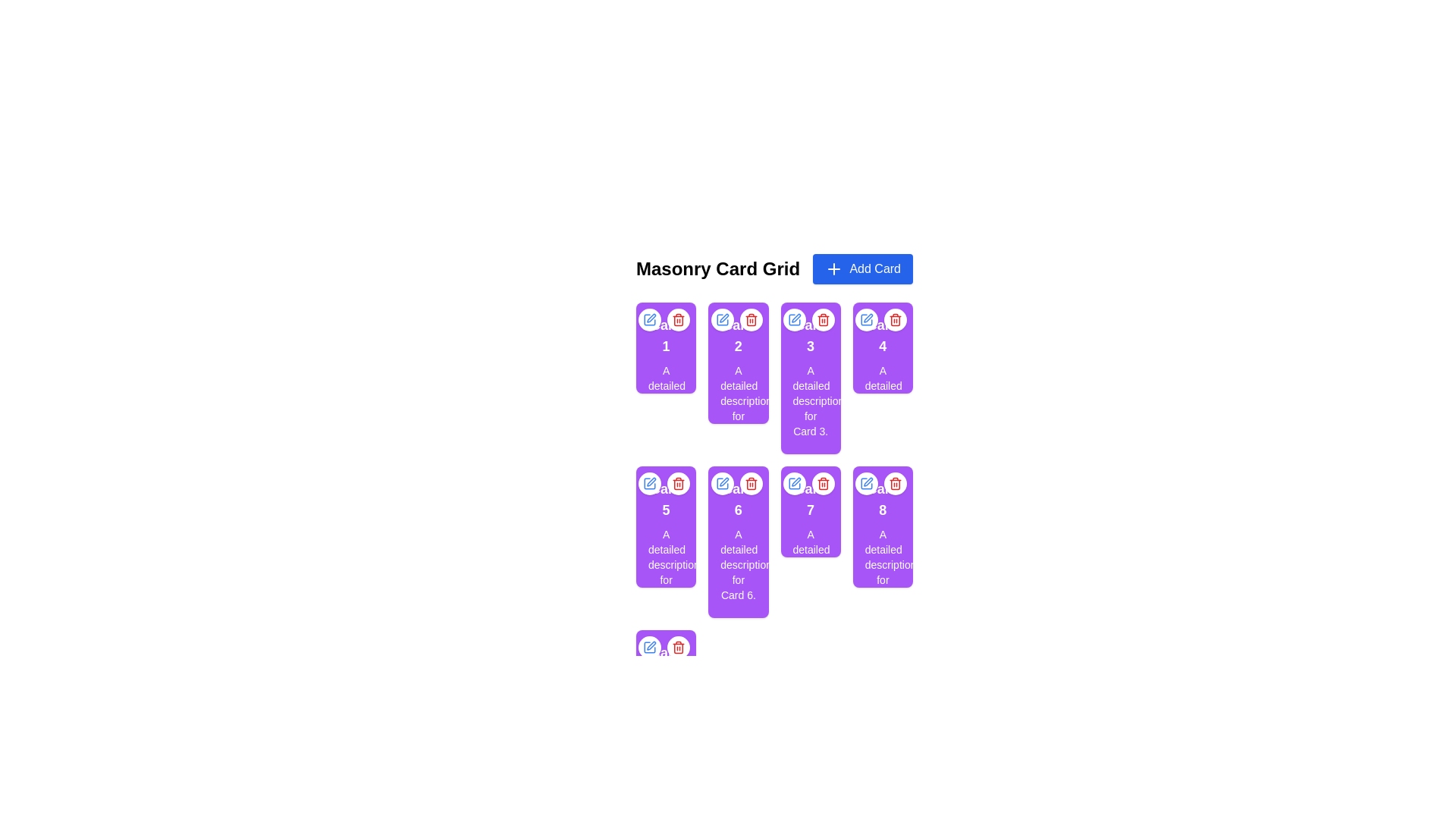 The height and width of the screenshot is (819, 1456). Describe the element at coordinates (795, 317) in the screenshot. I see `the small blue pen icon located in the top-right corner of card number '3' in the Masonry Card Grid to initiate the editing process` at that location.